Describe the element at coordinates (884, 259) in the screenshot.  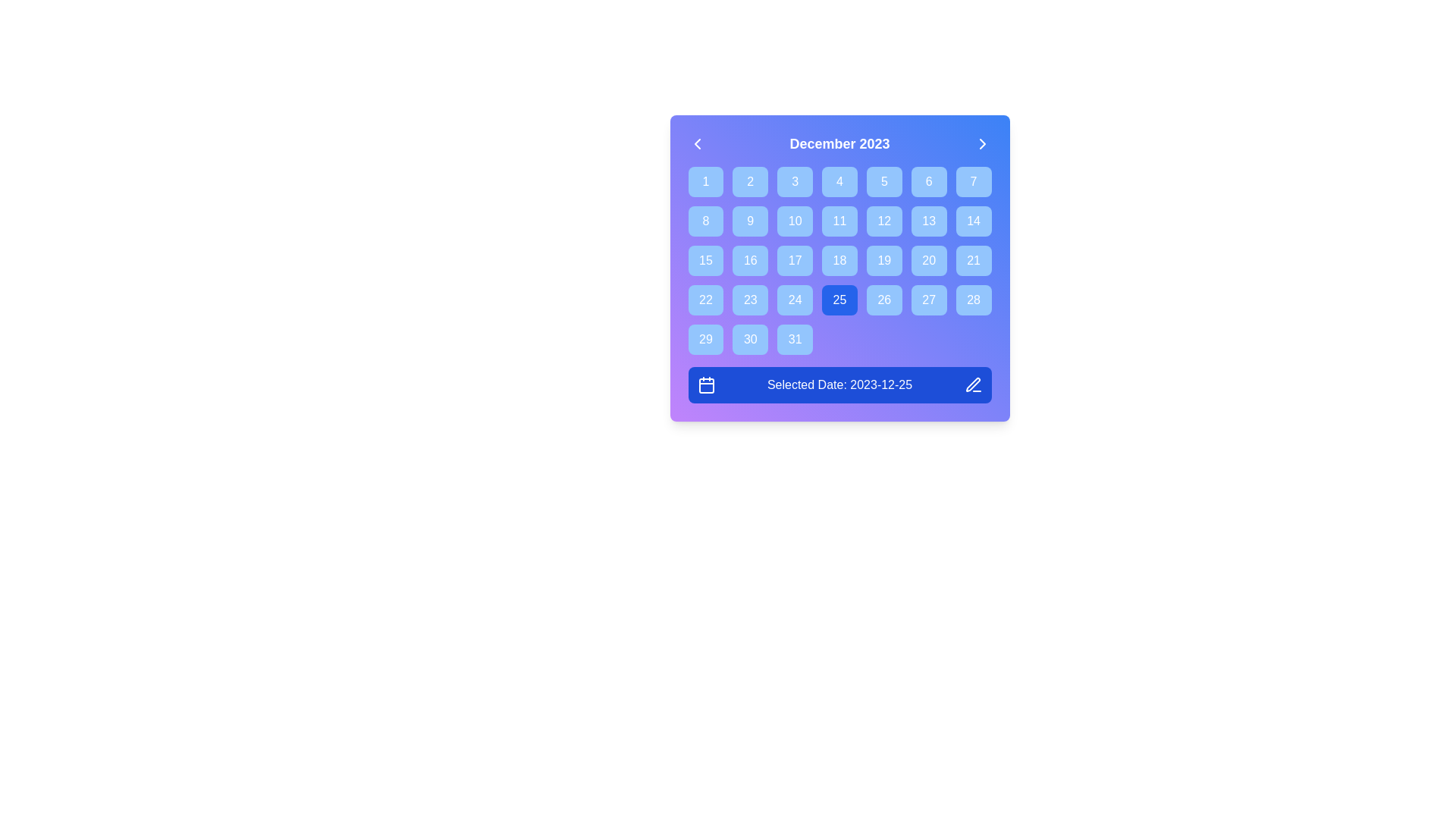
I see `the square button with a light blue background and white text displaying '19'` at that location.